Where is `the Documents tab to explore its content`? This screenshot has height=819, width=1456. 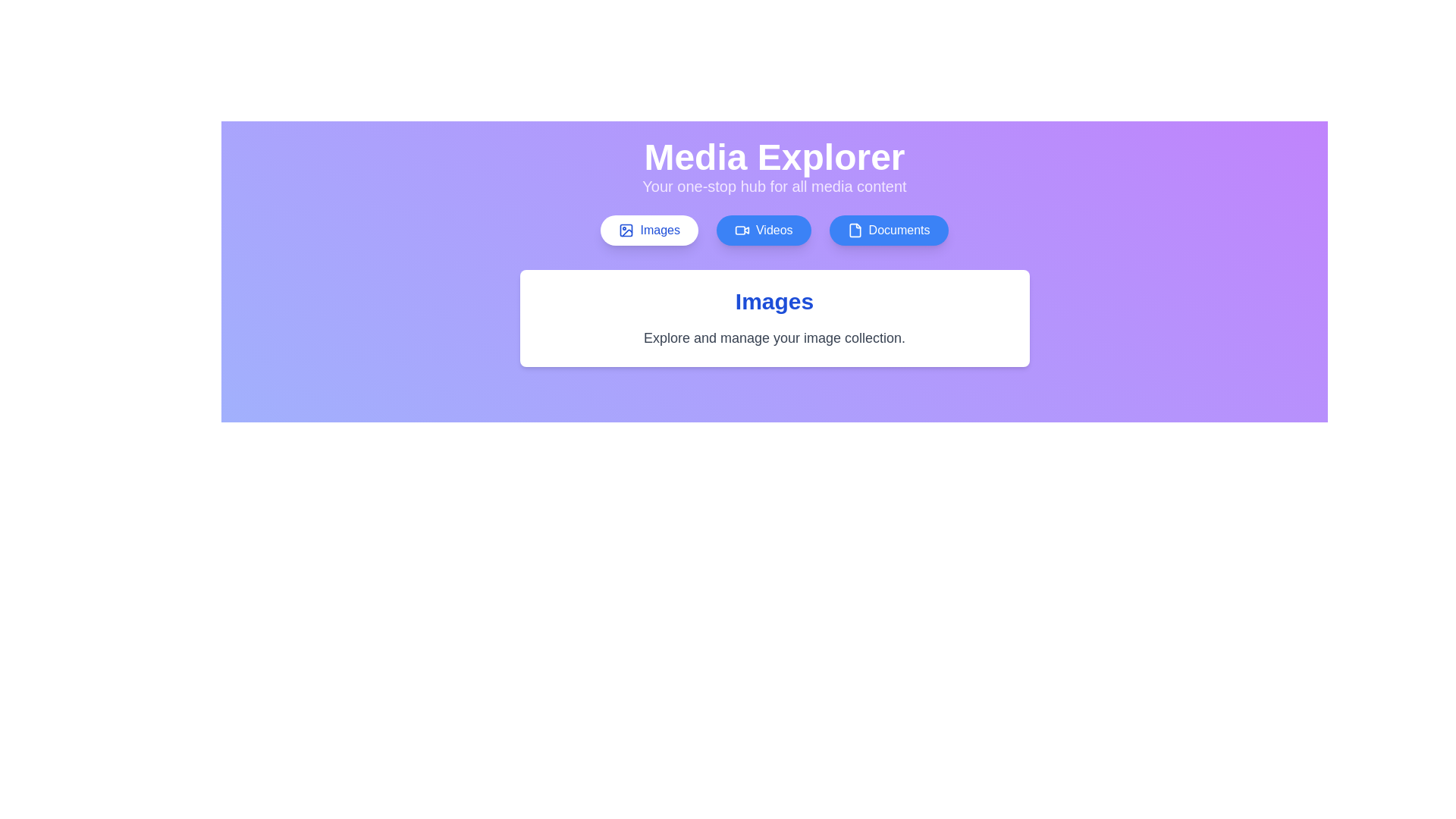
the Documents tab to explore its content is located at coordinates (888, 231).